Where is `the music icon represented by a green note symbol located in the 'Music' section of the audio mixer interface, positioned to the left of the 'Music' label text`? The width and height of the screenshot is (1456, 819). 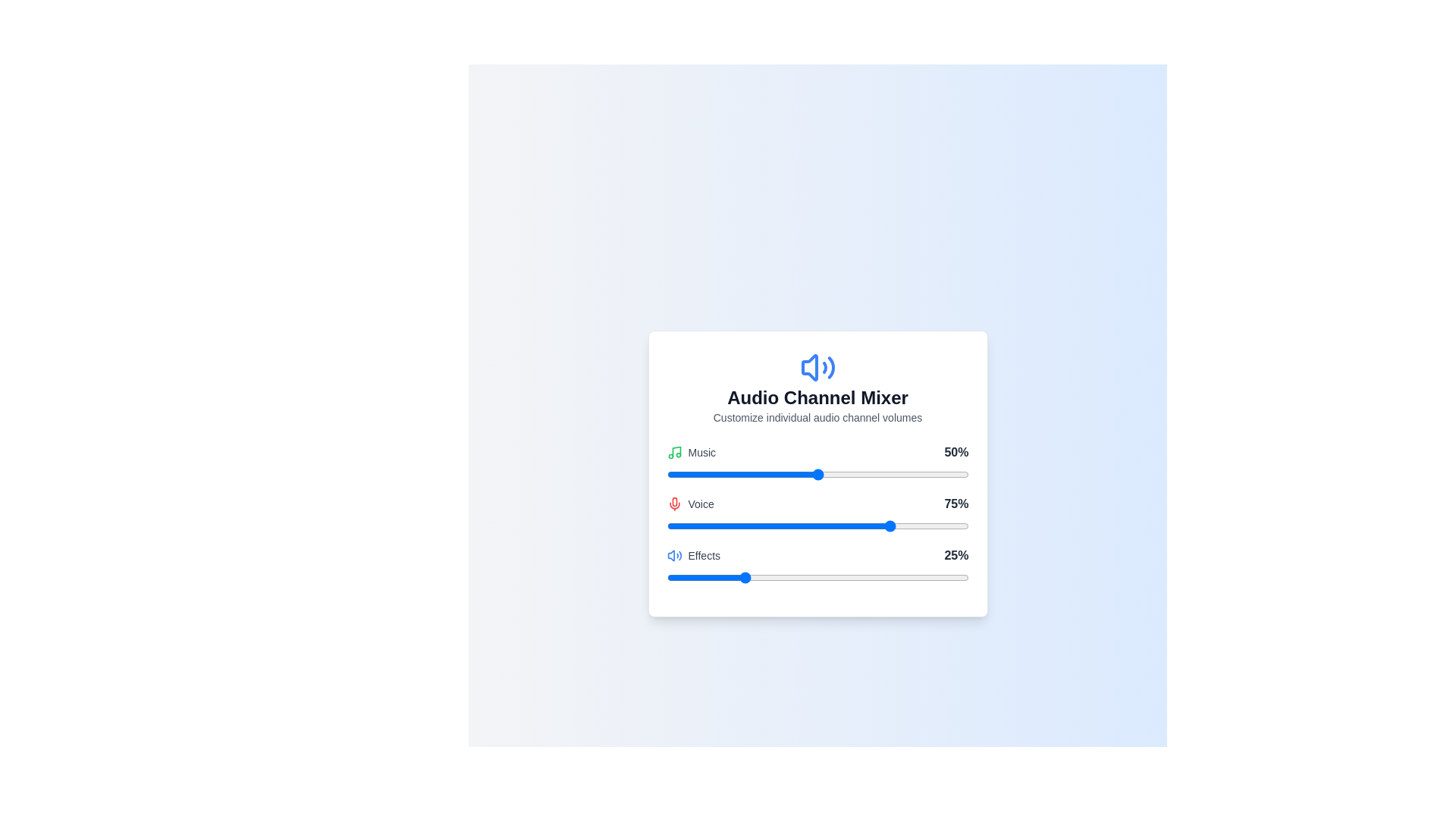
the music icon represented by a green note symbol located in the 'Music' section of the audio mixer interface, positioned to the left of the 'Music' label text is located at coordinates (673, 452).